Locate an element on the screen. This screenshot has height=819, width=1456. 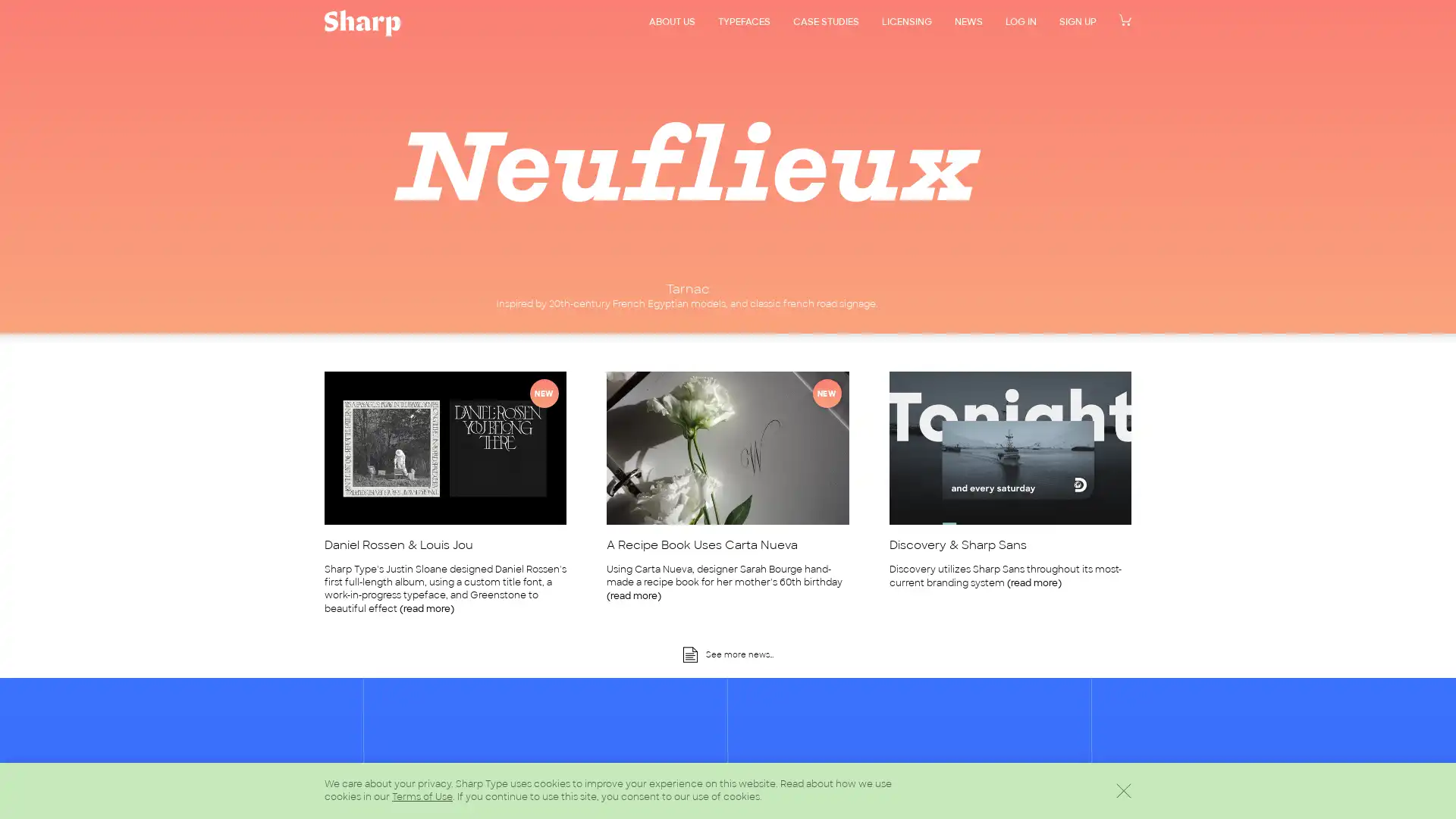
Scroll back to the top is located at coordinates (1429, 792).